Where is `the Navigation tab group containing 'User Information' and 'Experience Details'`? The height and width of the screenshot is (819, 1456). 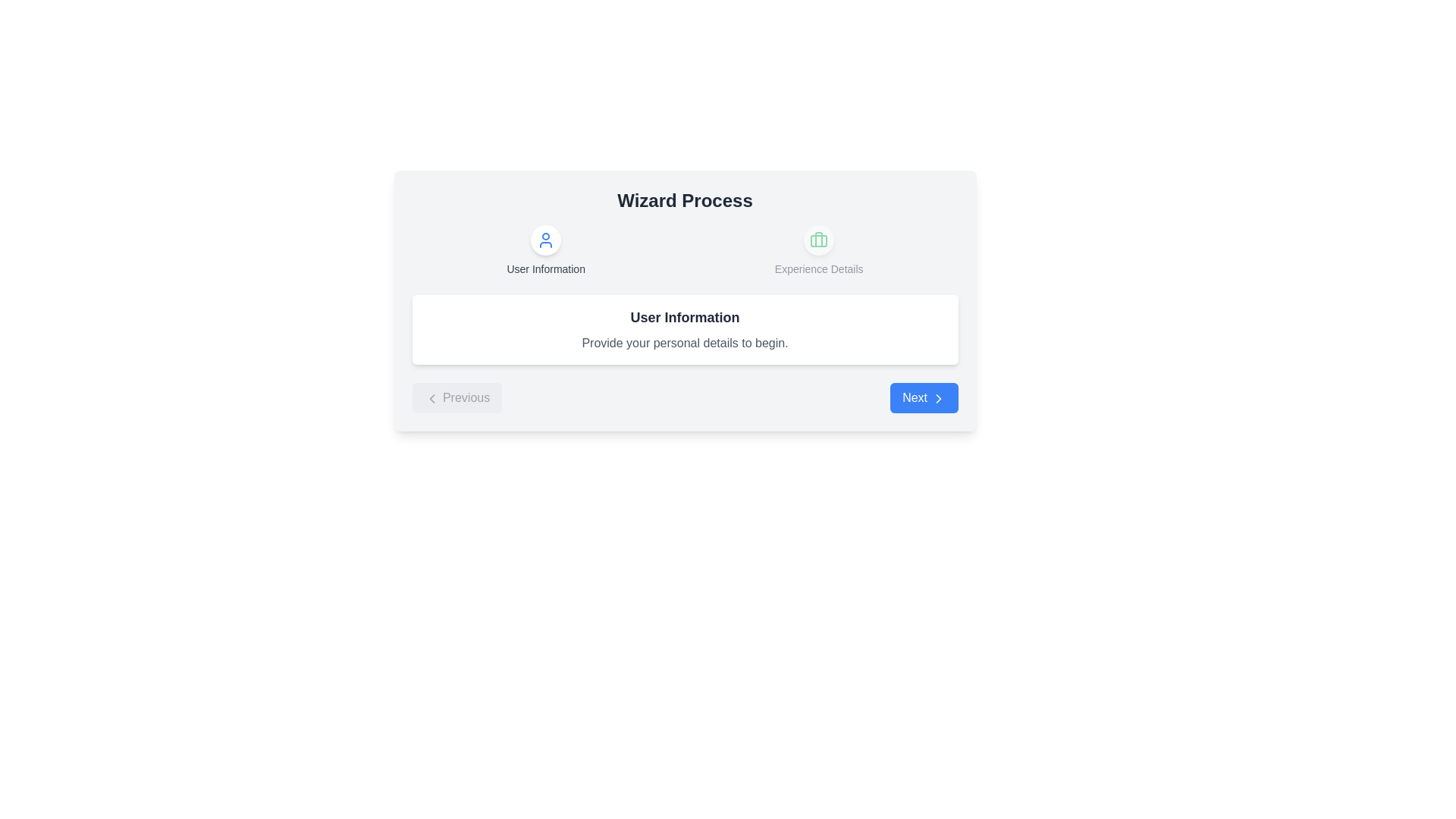 the Navigation tab group containing 'User Information' and 'Experience Details' is located at coordinates (684, 250).